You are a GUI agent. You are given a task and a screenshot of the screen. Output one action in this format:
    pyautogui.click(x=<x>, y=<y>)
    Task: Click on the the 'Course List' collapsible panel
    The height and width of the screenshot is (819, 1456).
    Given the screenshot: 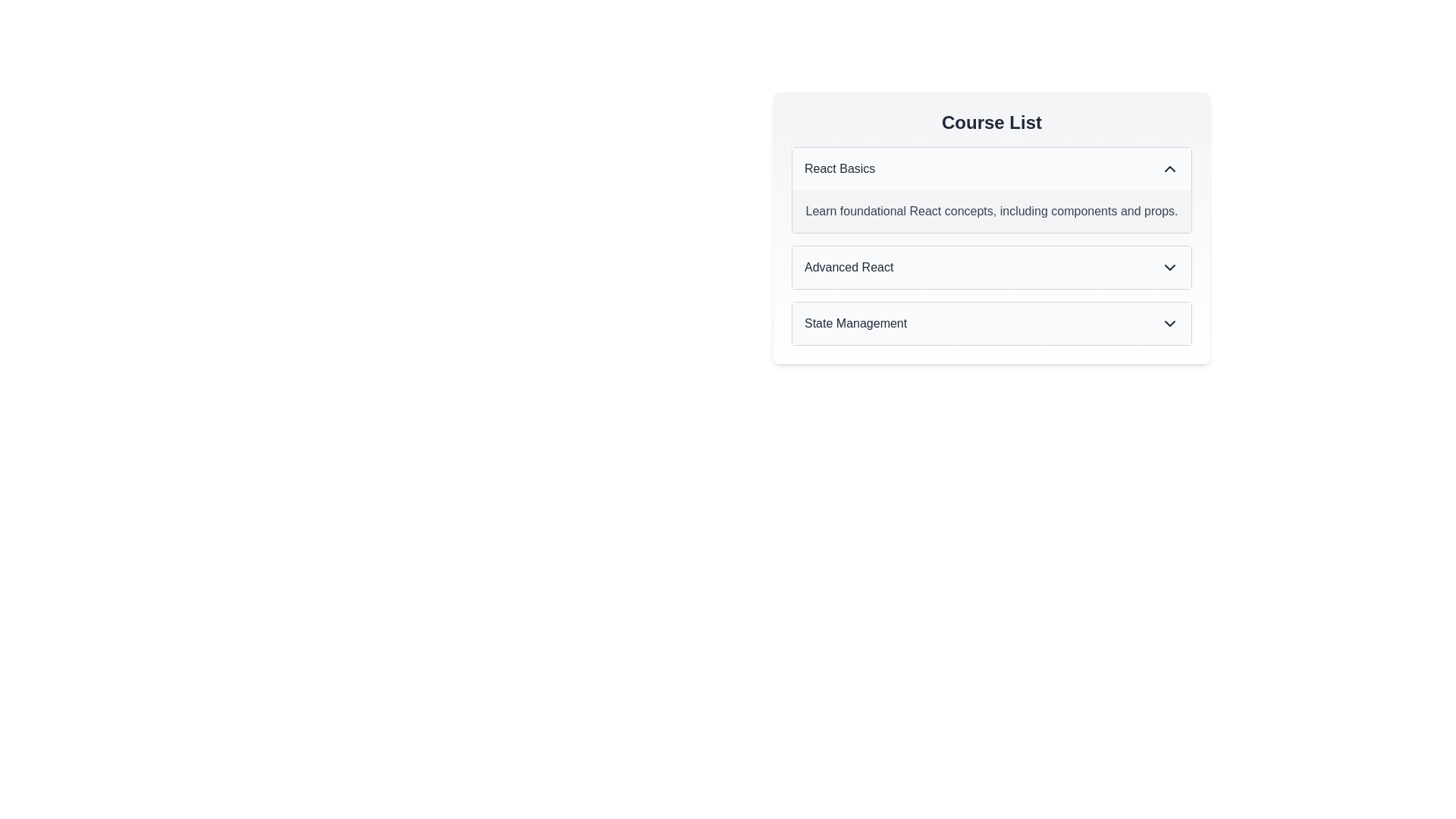 What is the action you would take?
    pyautogui.click(x=992, y=227)
    